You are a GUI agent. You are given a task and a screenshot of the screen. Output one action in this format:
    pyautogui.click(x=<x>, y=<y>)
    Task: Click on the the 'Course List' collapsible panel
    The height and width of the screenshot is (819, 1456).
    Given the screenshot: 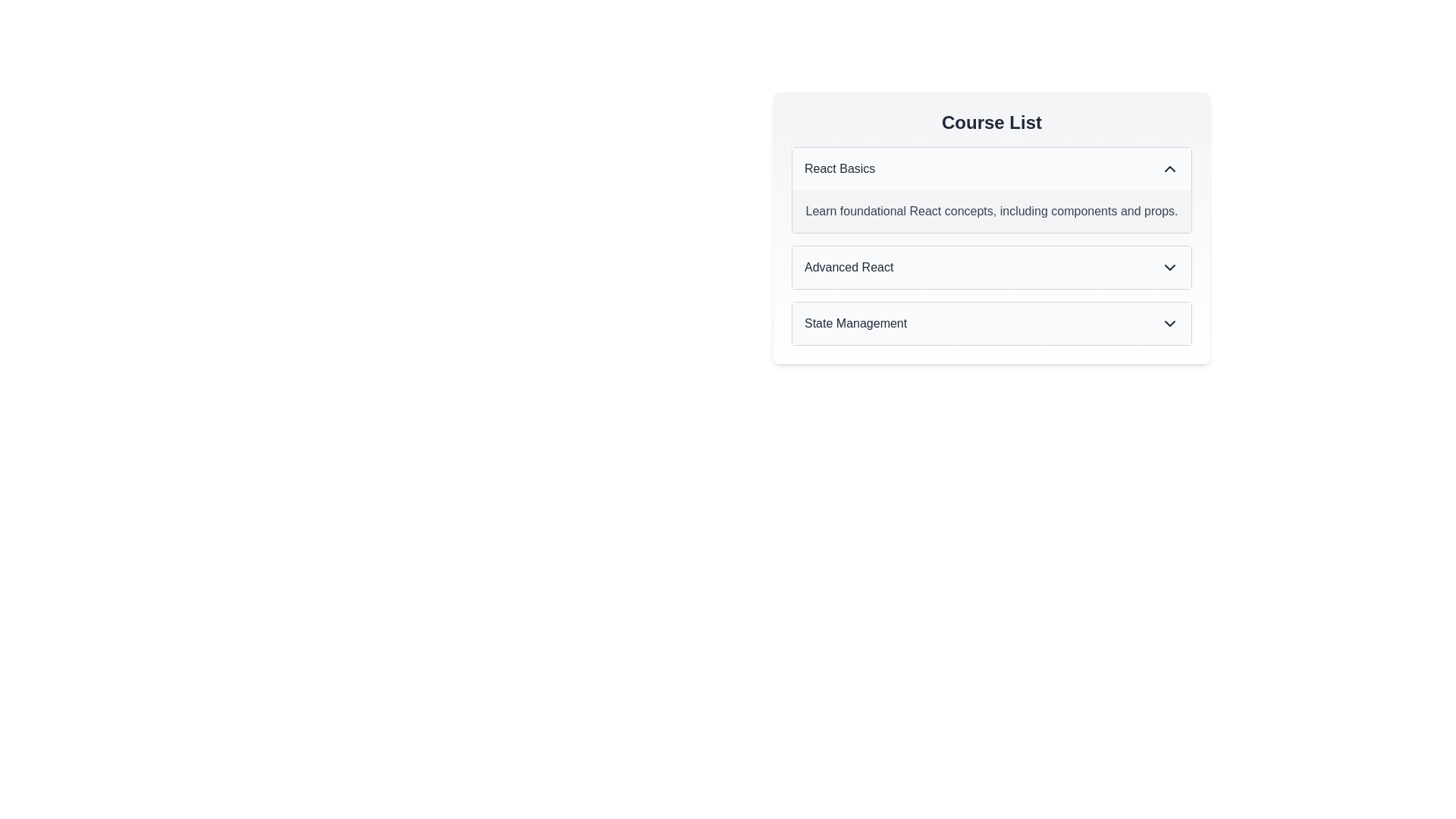 What is the action you would take?
    pyautogui.click(x=992, y=227)
    